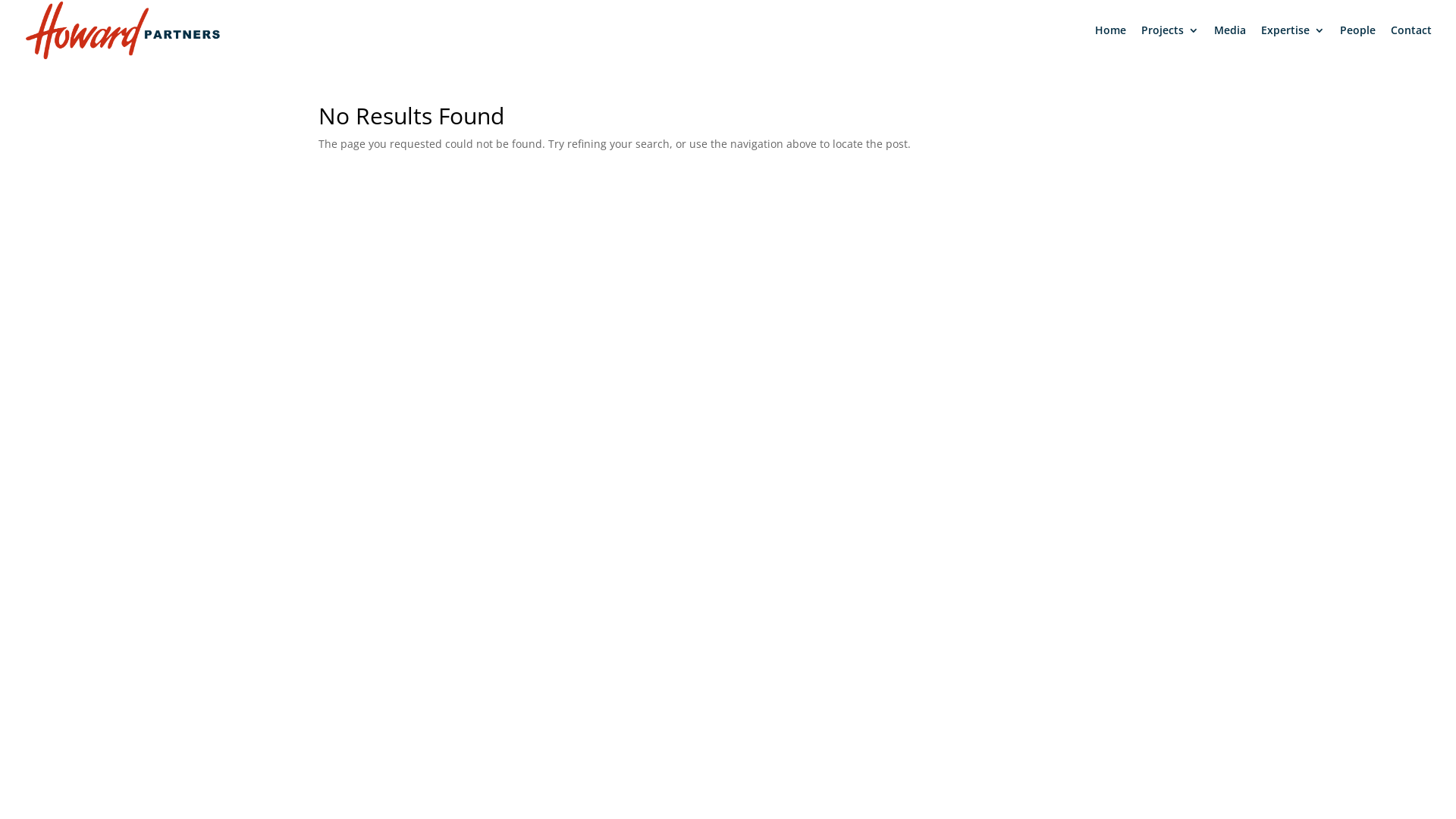 The width and height of the screenshot is (1456, 819). What do you see at coordinates (1410, 42) in the screenshot?
I see `'Contact'` at bounding box center [1410, 42].